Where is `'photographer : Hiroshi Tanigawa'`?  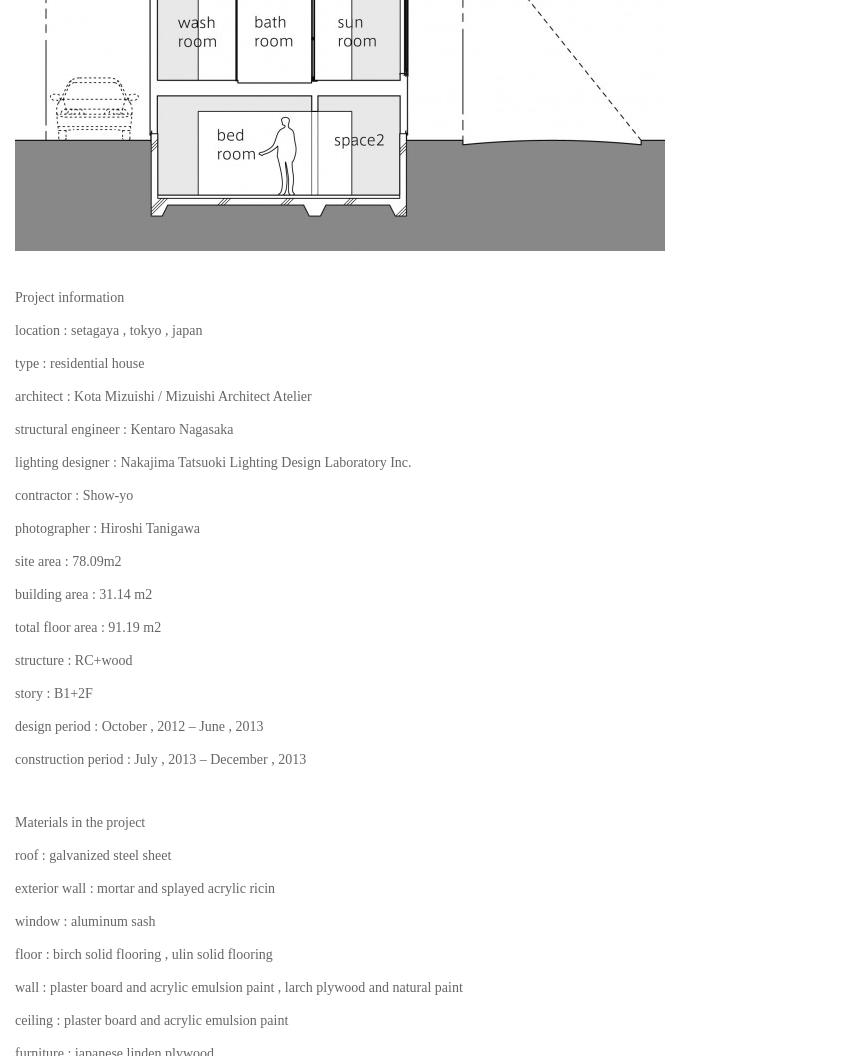 'photographer : Hiroshi Tanigawa' is located at coordinates (106, 526).